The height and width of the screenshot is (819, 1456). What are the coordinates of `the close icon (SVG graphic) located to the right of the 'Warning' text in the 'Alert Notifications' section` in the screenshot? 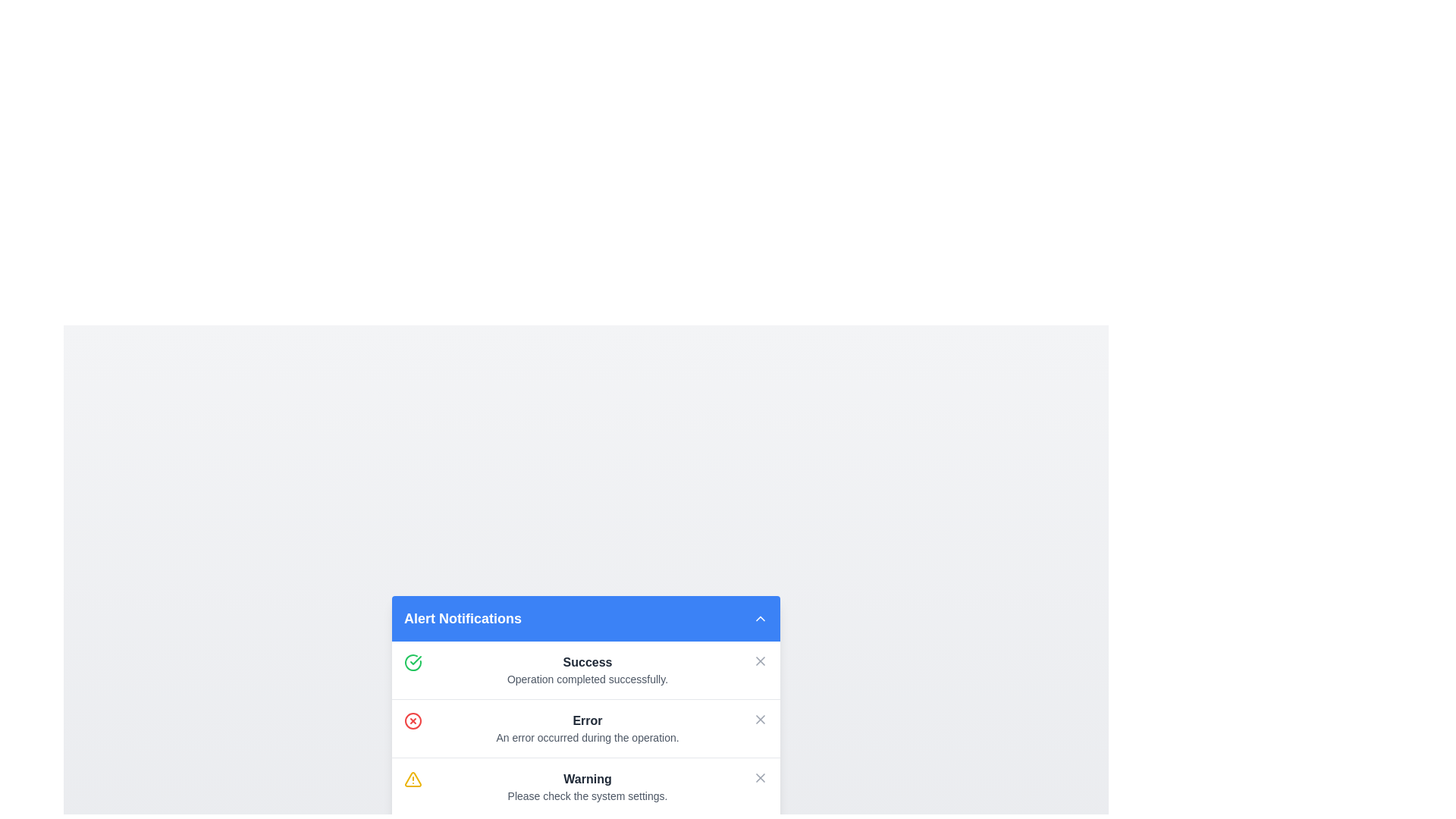 It's located at (761, 777).